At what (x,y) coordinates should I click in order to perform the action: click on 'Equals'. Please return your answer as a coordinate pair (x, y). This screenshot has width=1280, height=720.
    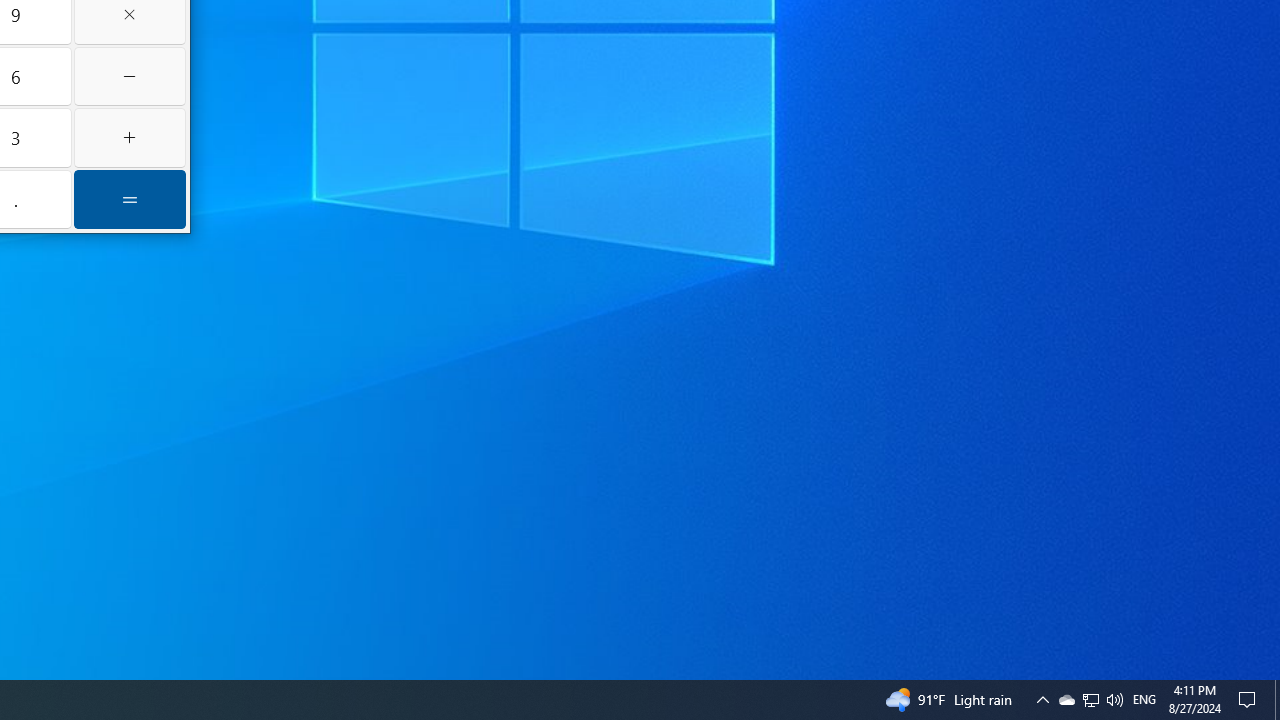
    Looking at the image, I should click on (128, 199).